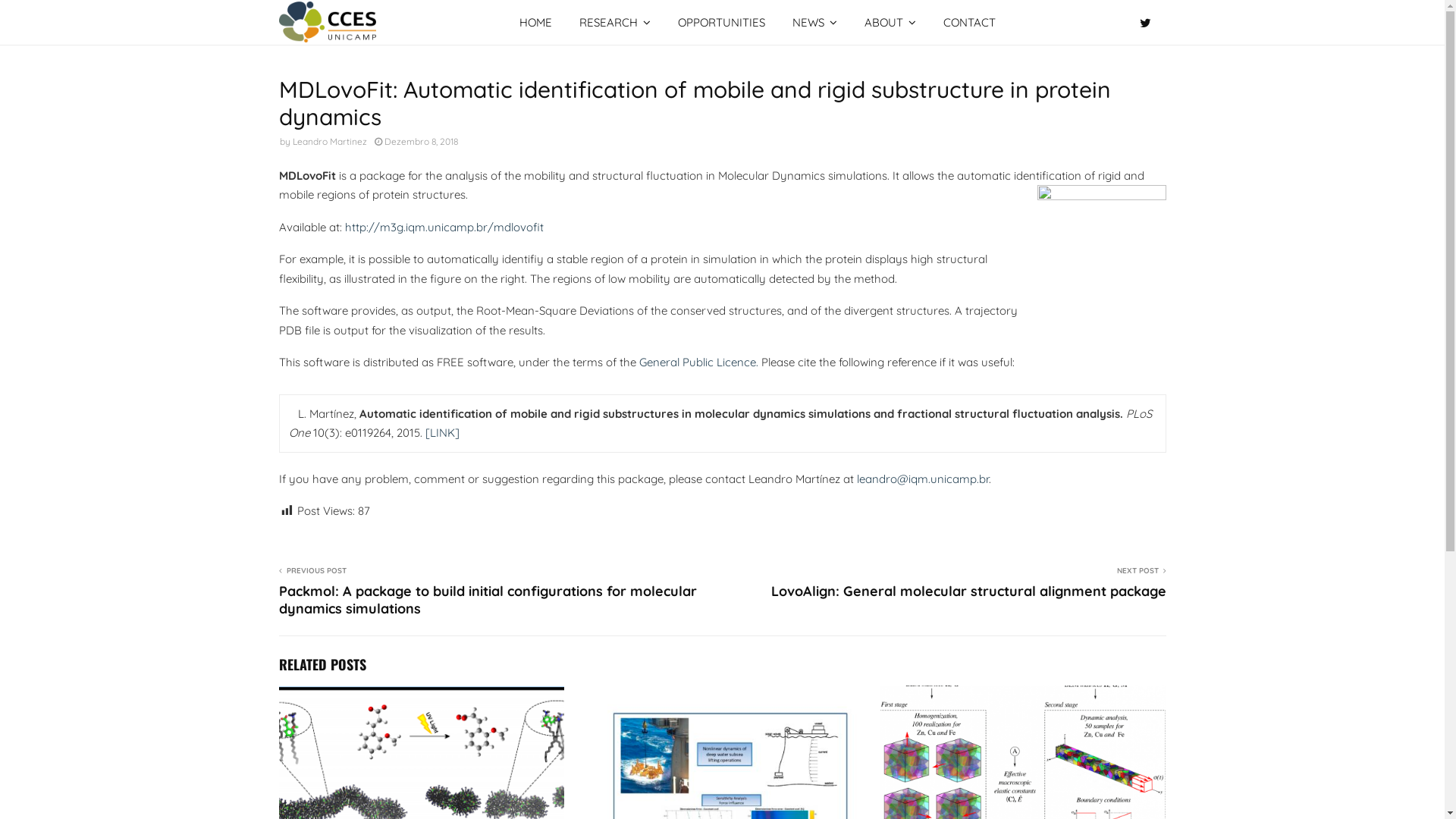 The height and width of the screenshot is (819, 1456). What do you see at coordinates (615, 23) in the screenshot?
I see `'RESEARCH'` at bounding box center [615, 23].